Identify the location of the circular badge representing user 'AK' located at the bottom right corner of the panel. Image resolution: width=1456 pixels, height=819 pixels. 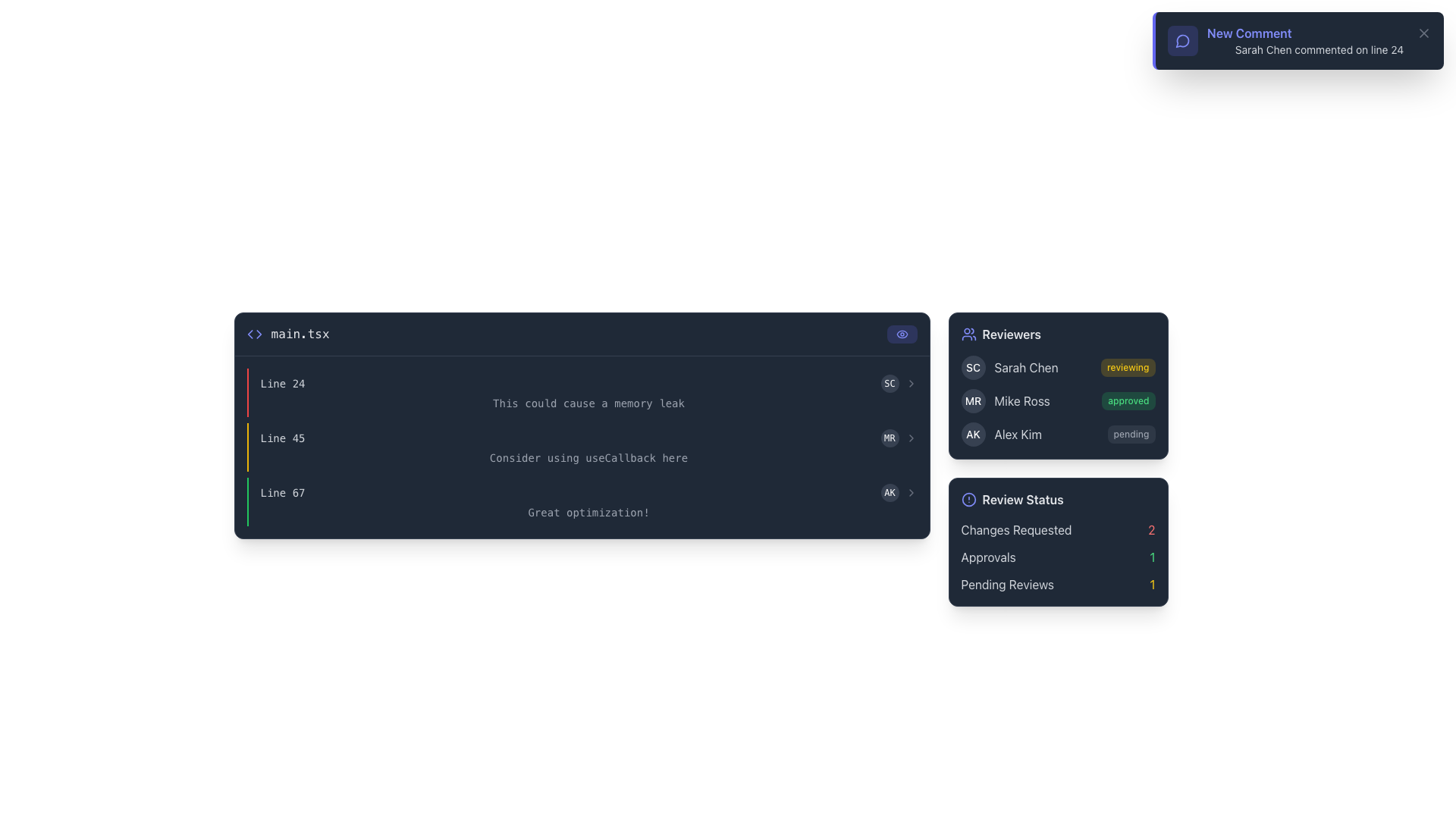
(890, 493).